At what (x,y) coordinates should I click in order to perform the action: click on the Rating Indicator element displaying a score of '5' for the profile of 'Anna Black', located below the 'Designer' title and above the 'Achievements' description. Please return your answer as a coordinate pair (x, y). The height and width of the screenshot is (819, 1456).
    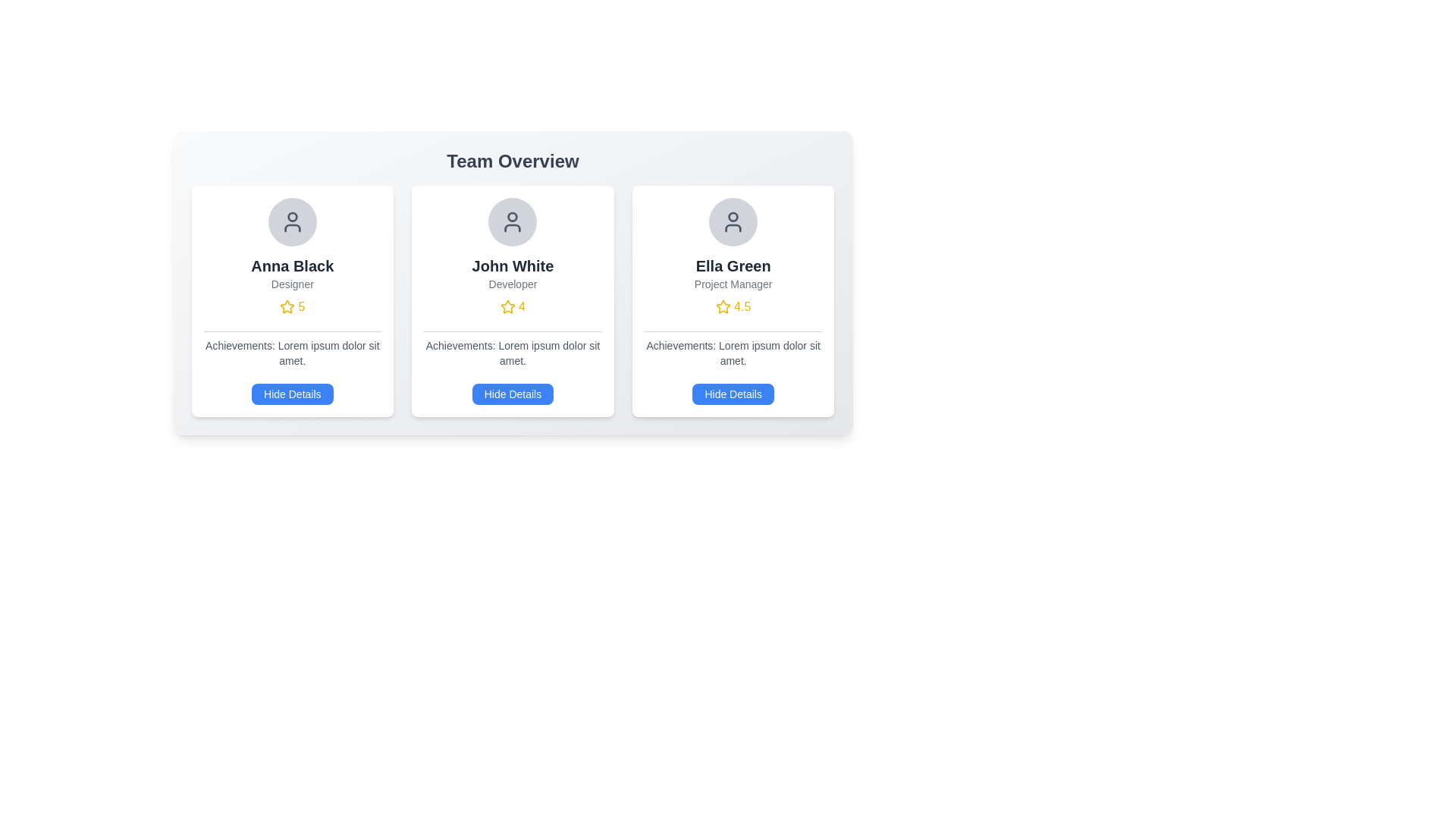
    Looking at the image, I should click on (292, 307).